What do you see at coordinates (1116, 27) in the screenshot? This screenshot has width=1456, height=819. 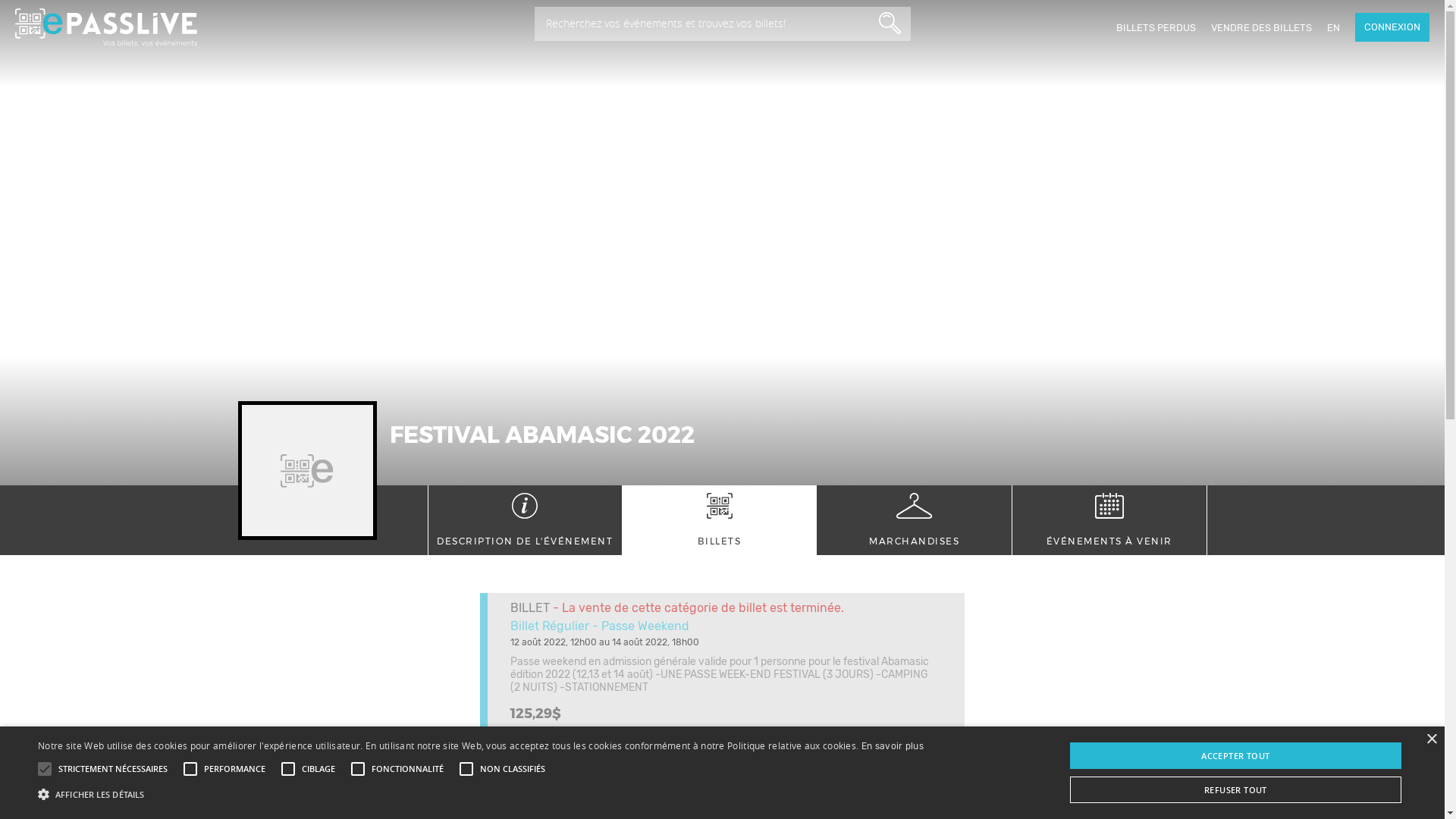 I see `'BILLETS PERDUS'` at bounding box center [1116, 27].